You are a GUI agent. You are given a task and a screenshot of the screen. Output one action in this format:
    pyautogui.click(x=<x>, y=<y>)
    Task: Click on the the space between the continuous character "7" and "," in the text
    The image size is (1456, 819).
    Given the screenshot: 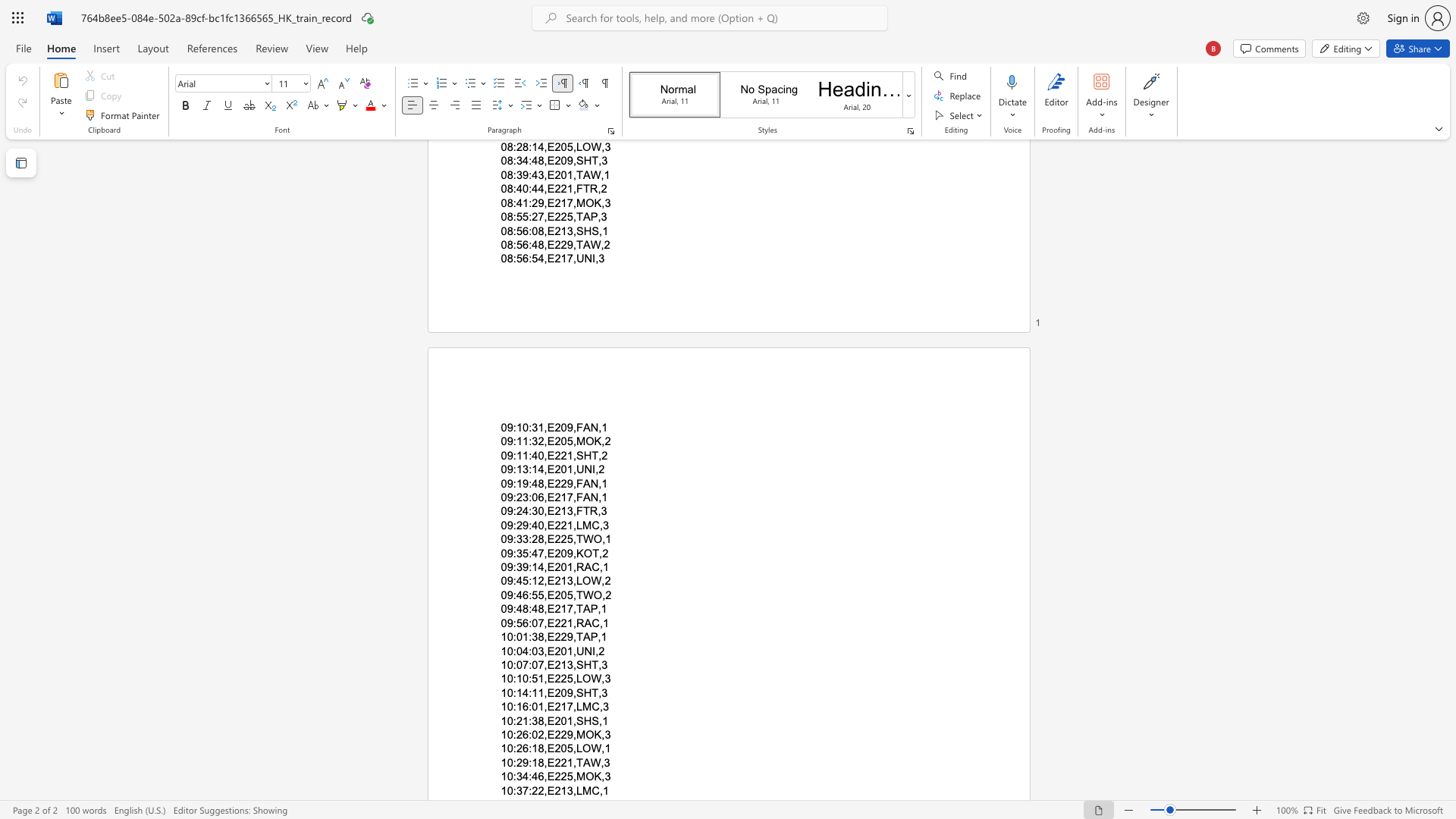 What is the action you would take?
    pyautogui.click(x=543, y=623)
    